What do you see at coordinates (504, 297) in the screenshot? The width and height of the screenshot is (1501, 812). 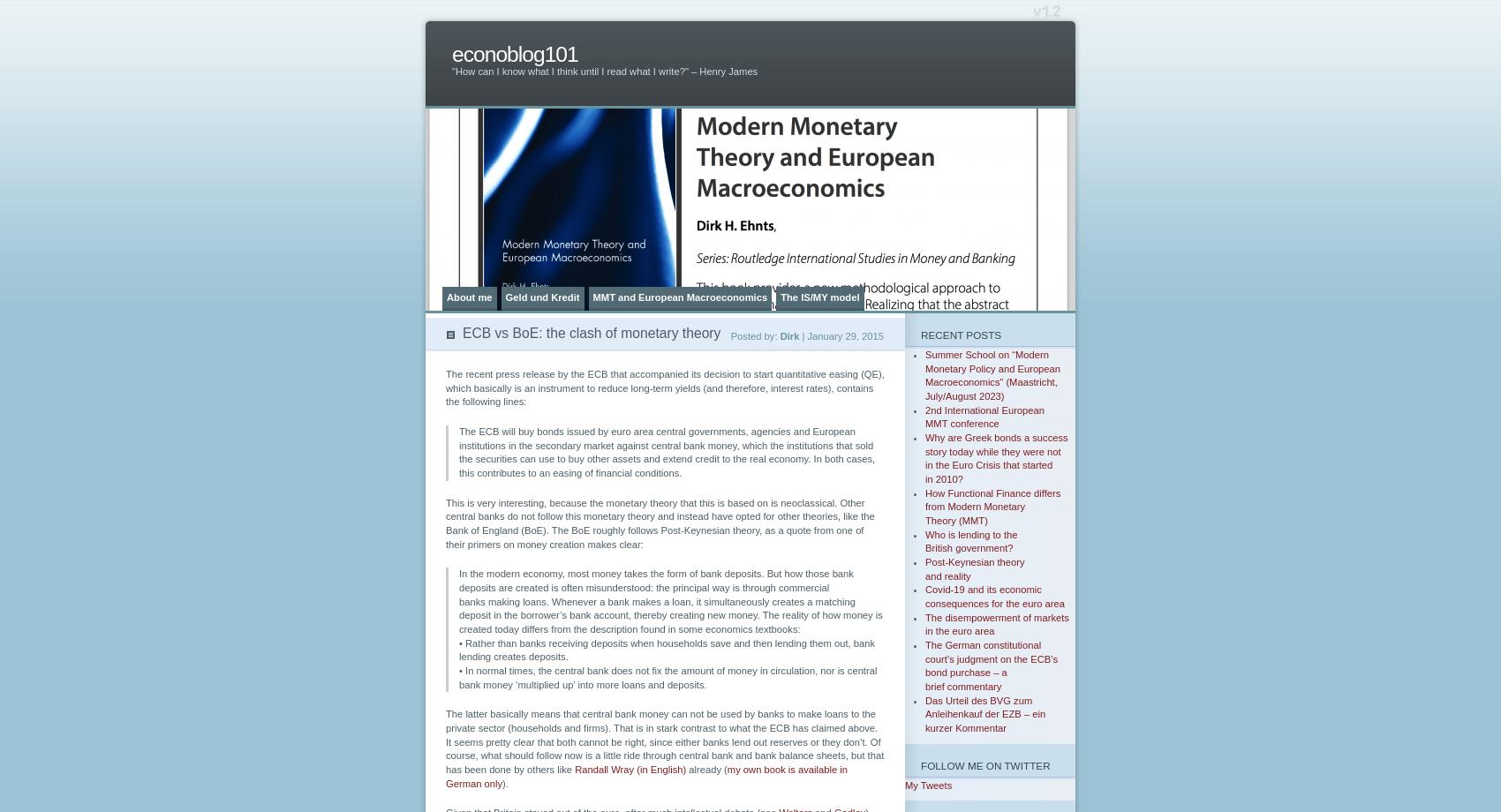 I see `'Geld und Kredit'` at bounding box center [504, 297].